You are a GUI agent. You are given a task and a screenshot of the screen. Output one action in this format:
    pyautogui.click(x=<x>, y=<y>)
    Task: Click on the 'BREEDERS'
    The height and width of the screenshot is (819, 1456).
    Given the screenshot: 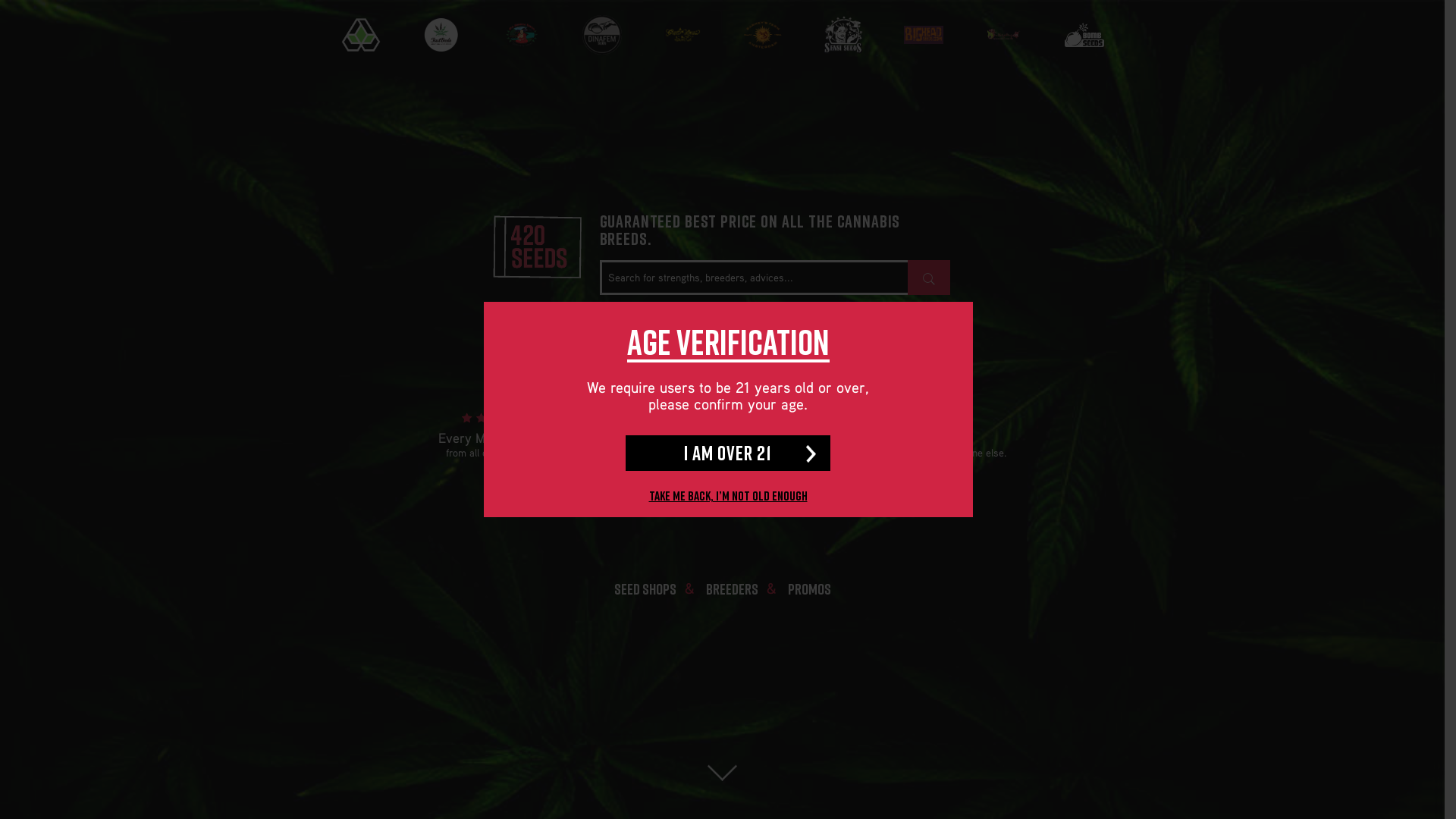 What is the action you would take?
    pyautogui.click(x=731, y=587)
    